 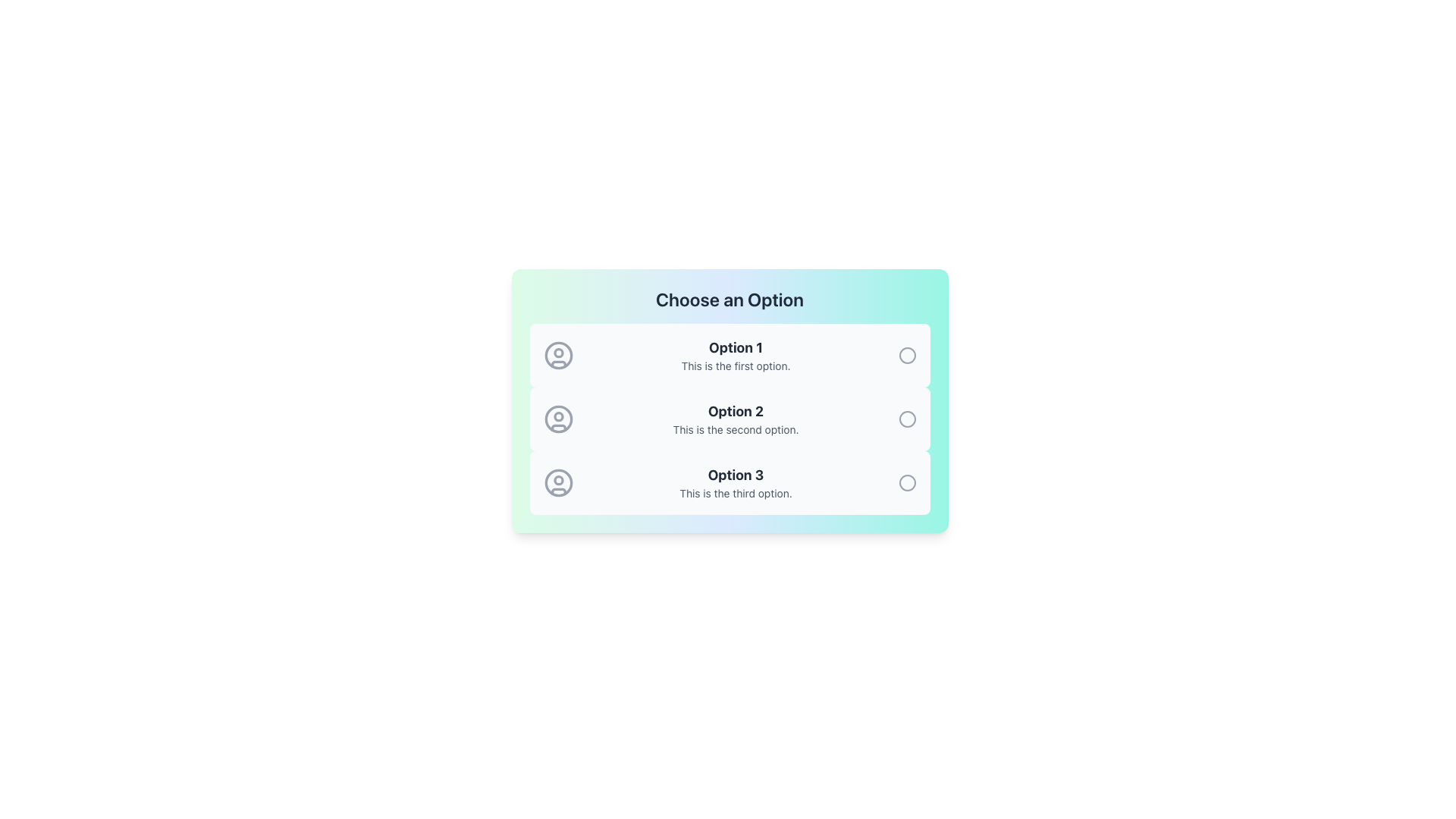 I want to click on the decorative SVG Circle Element that is the innermost part of the user icon located on the left of the Option 3 row in the vertical list layout, so click(x=557, y=482).